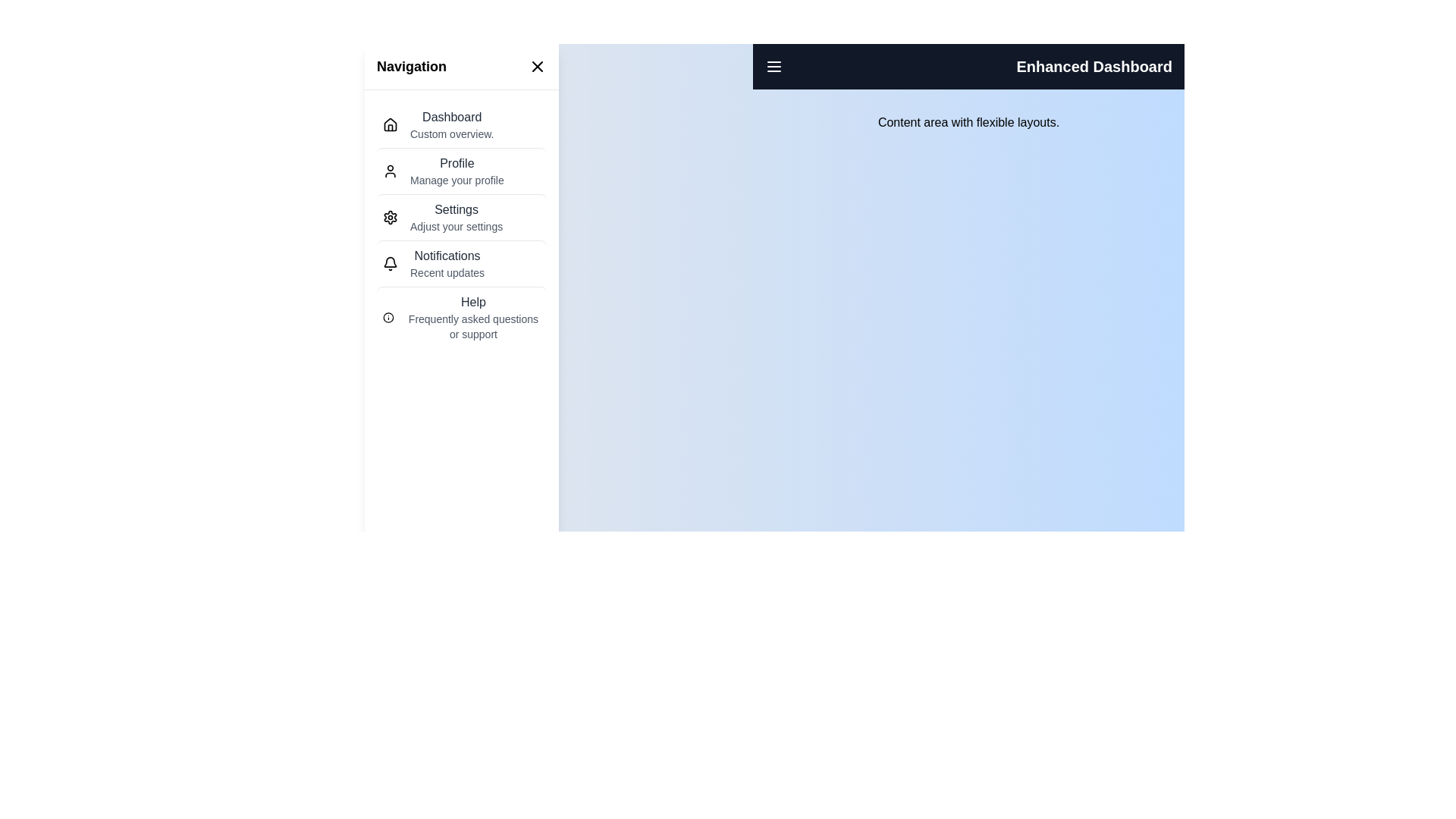 The height and width of the screenshot is (819, 1456). What do you see at coordinates (538, 66) in the screenshot?
I see `the close or cancel icon located in the navigation sidebar at the top-right corner, which serves to dismiss or collapse the sidebar` at bounding box center [538, 66].